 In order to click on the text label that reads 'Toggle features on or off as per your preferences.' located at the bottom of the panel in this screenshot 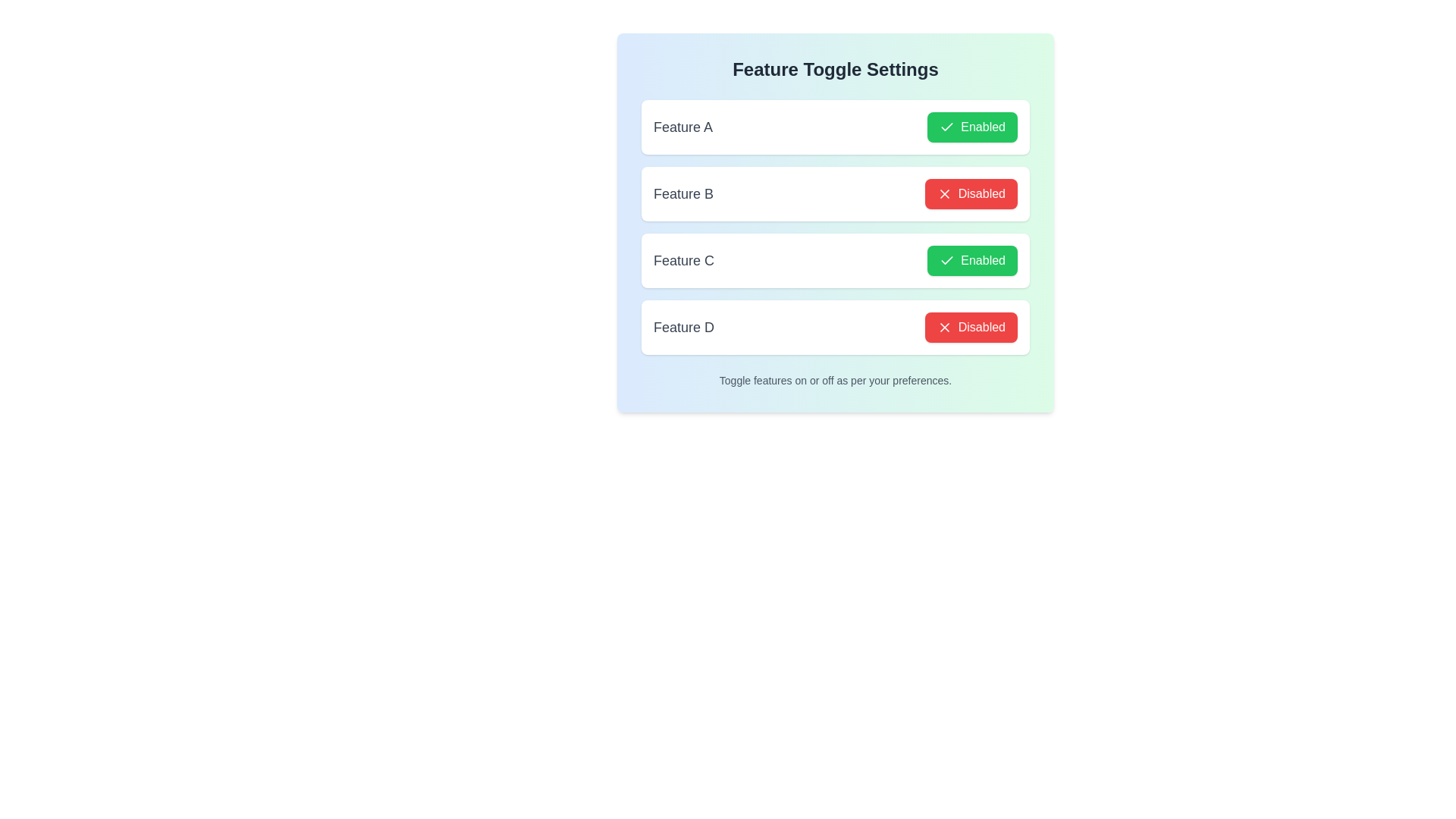, I will do `click(835, 379)`.